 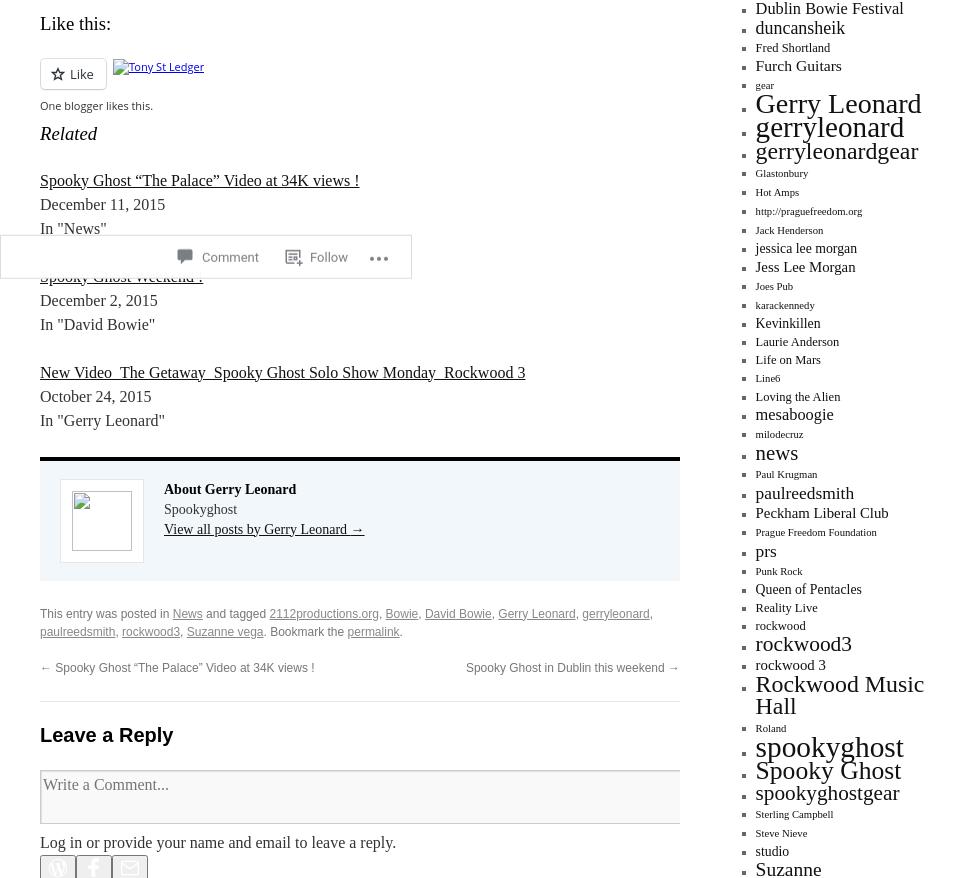 What do you see at coordinates (200, 508) in the screenshot?
I see `'Spookyghost'` at bounding box center [200, 508].